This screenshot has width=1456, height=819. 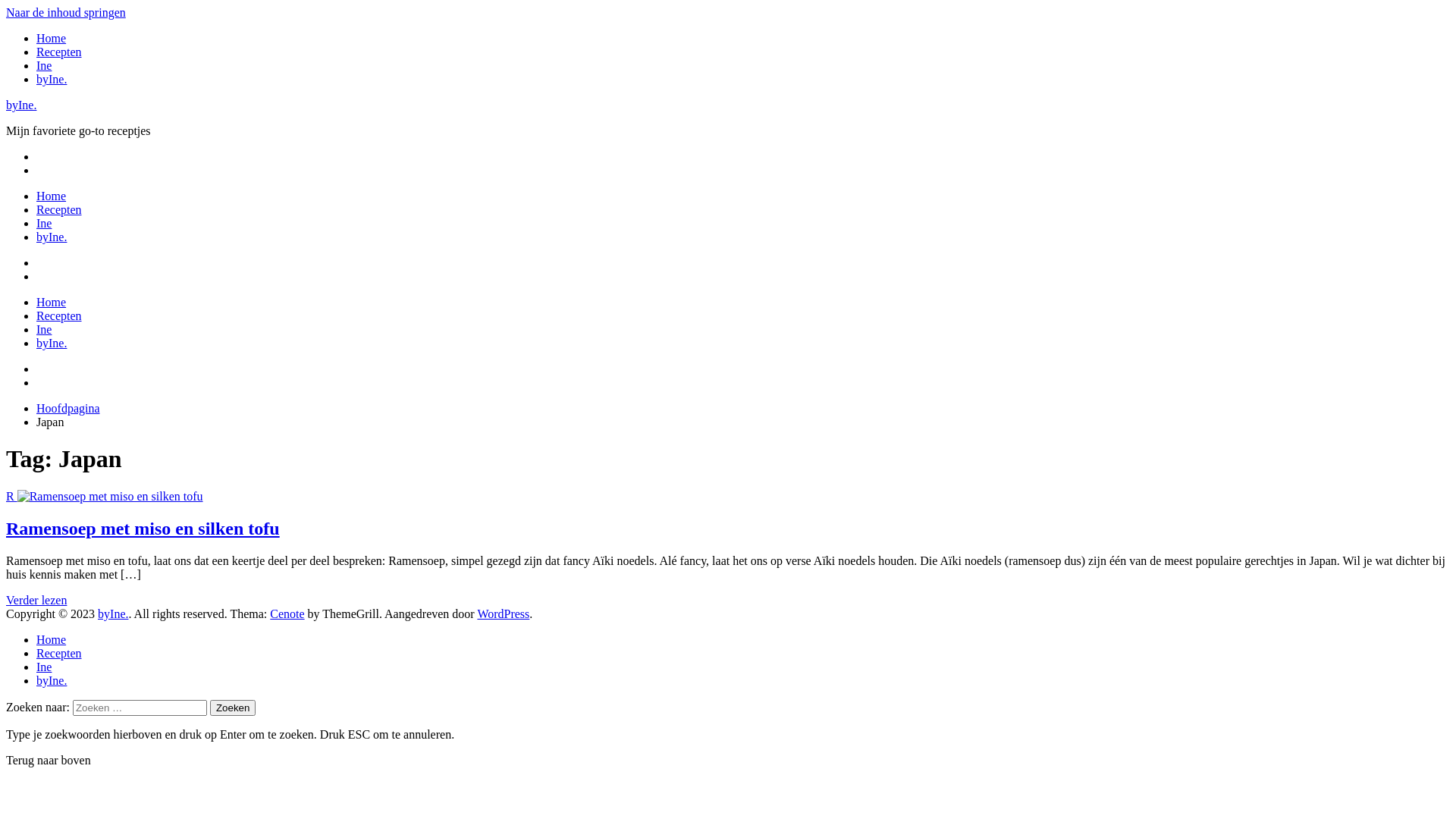 I want to click on 'Home', so click(x=51, y=639).